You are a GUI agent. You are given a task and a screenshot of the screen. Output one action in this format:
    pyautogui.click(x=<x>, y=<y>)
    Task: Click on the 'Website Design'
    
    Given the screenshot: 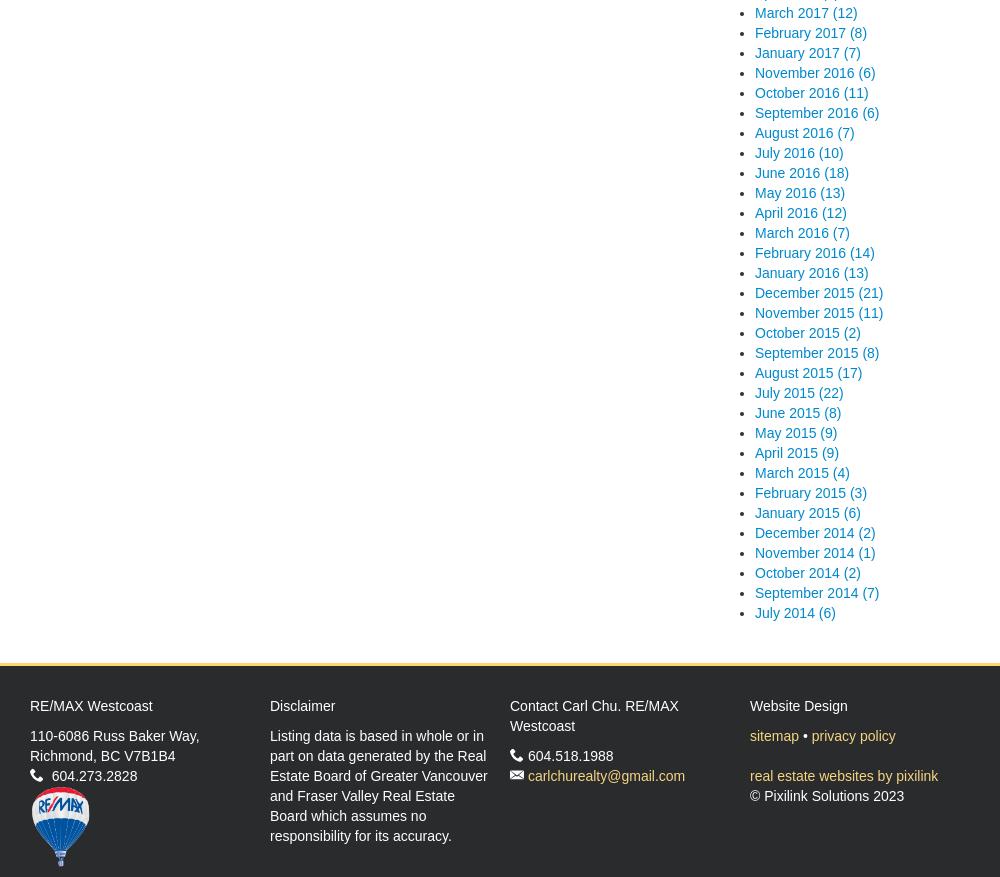 What is the action you would take?
    pyautogui.click(x=798, y=704)
    